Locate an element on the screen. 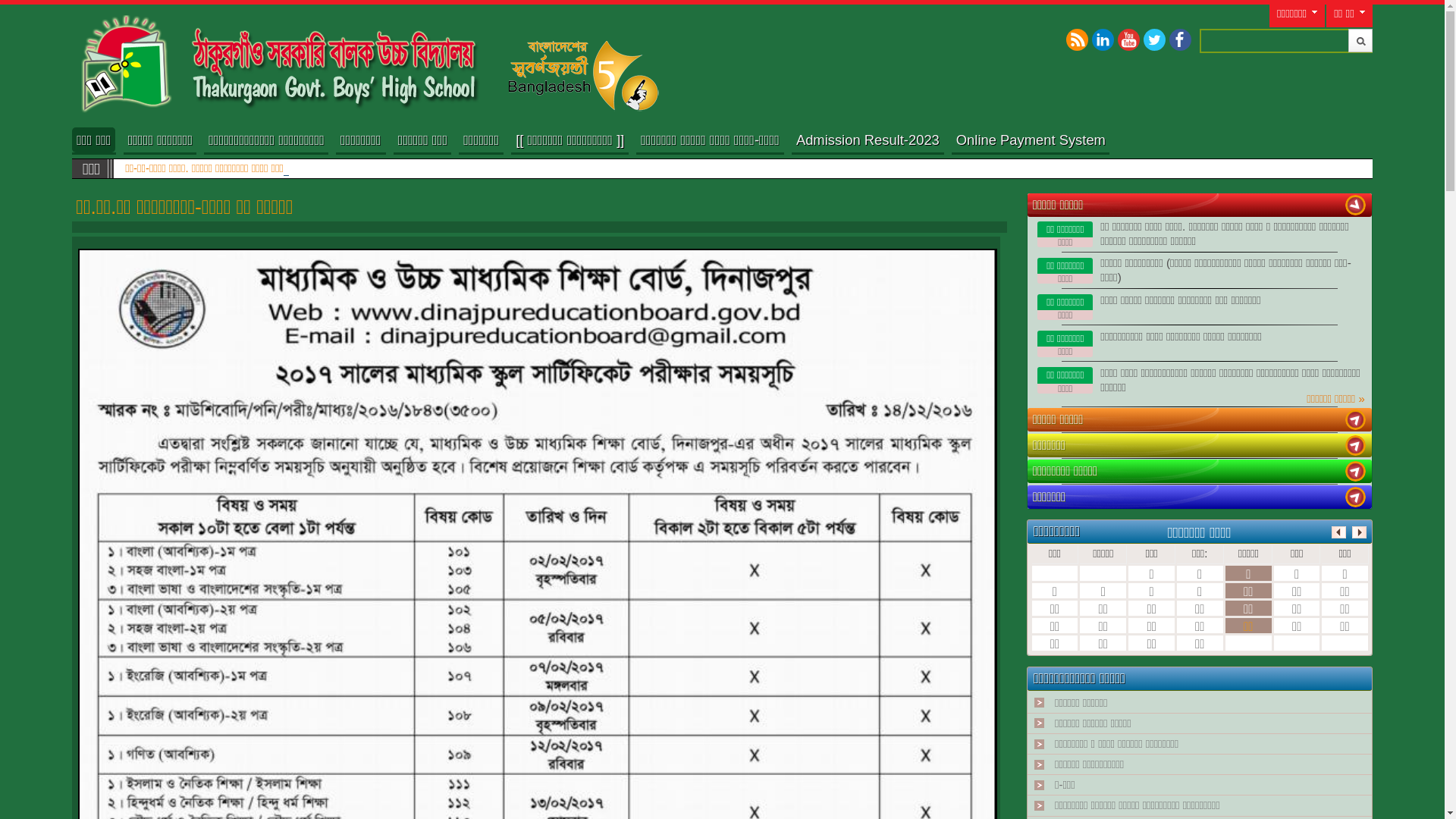 The width and height of the screenshot is (1456, 819). 'Admission Result-2023' is located at coordinates (868, 140).